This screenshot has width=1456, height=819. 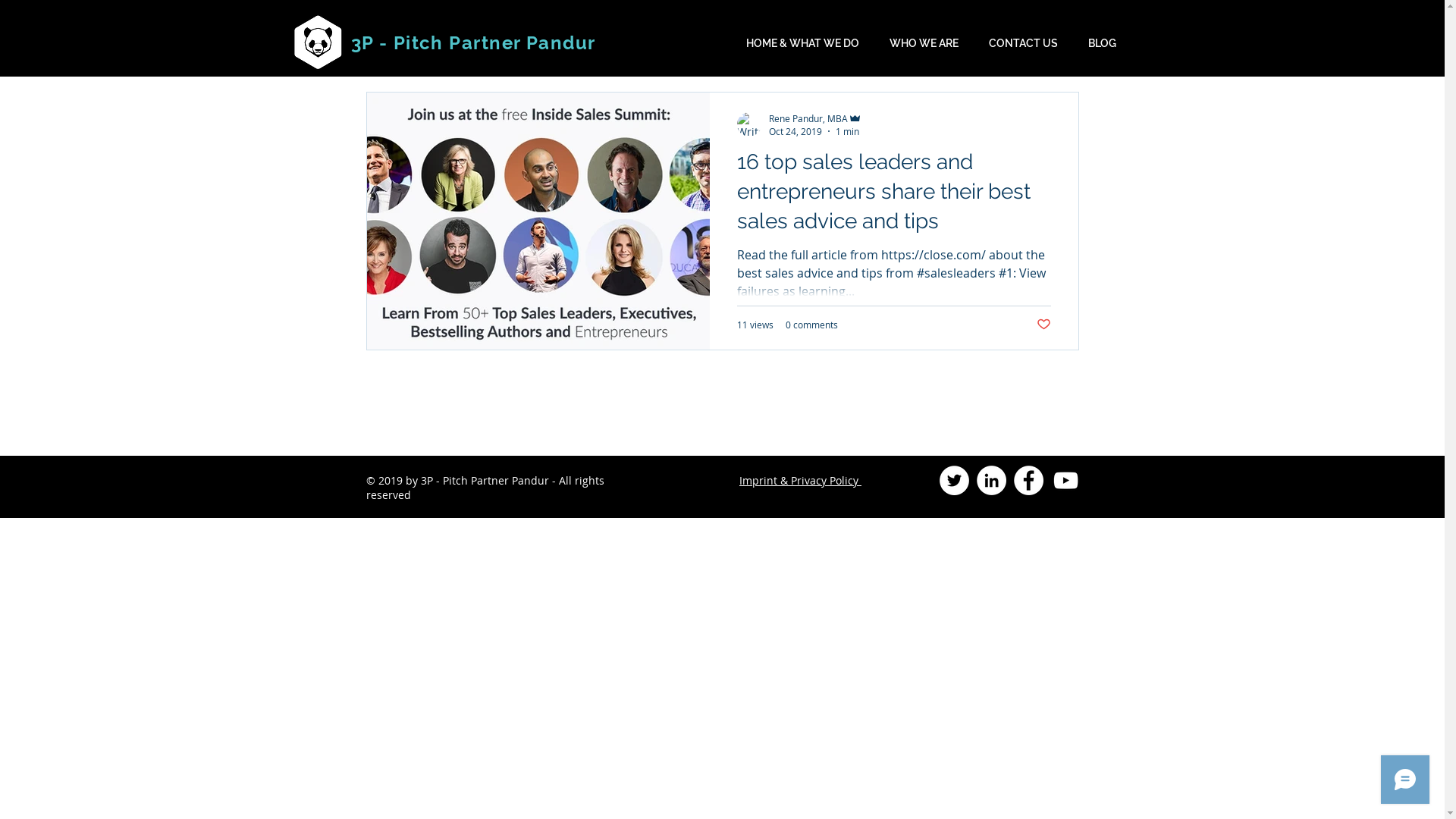 What do you see at coordinates (768, 117) in the screenshot?
I see `'Rene Pandur, MBA'` at bounding box center [768, 117].